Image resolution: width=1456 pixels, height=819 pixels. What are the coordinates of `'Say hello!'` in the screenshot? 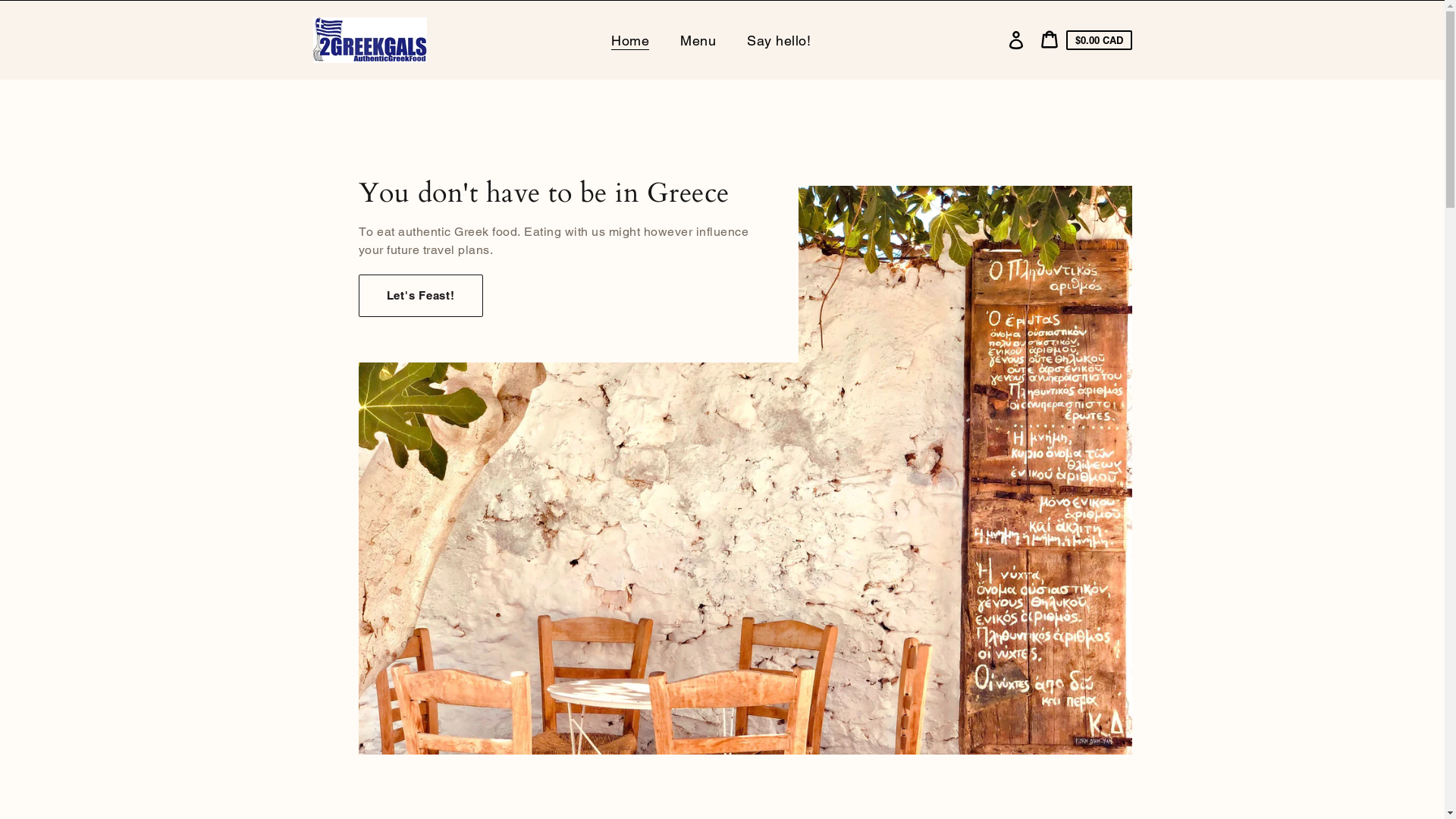 It's located at (780, 39).